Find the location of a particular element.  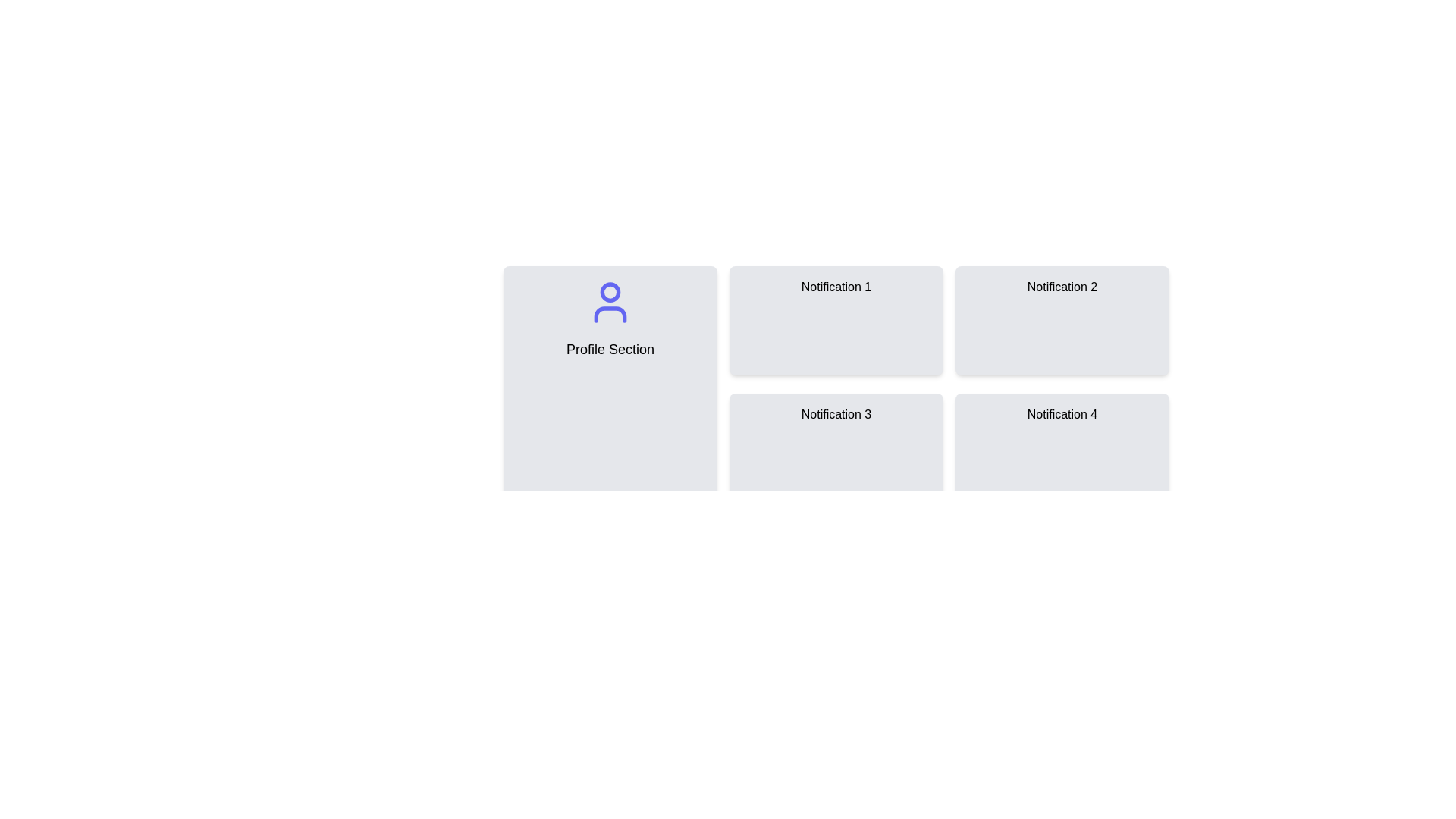

the static information card labeled 'Notification 3', which is the third card in a 2x2 grid layout, located in the bottom-left quadrant is located at coordinates (836, 447).